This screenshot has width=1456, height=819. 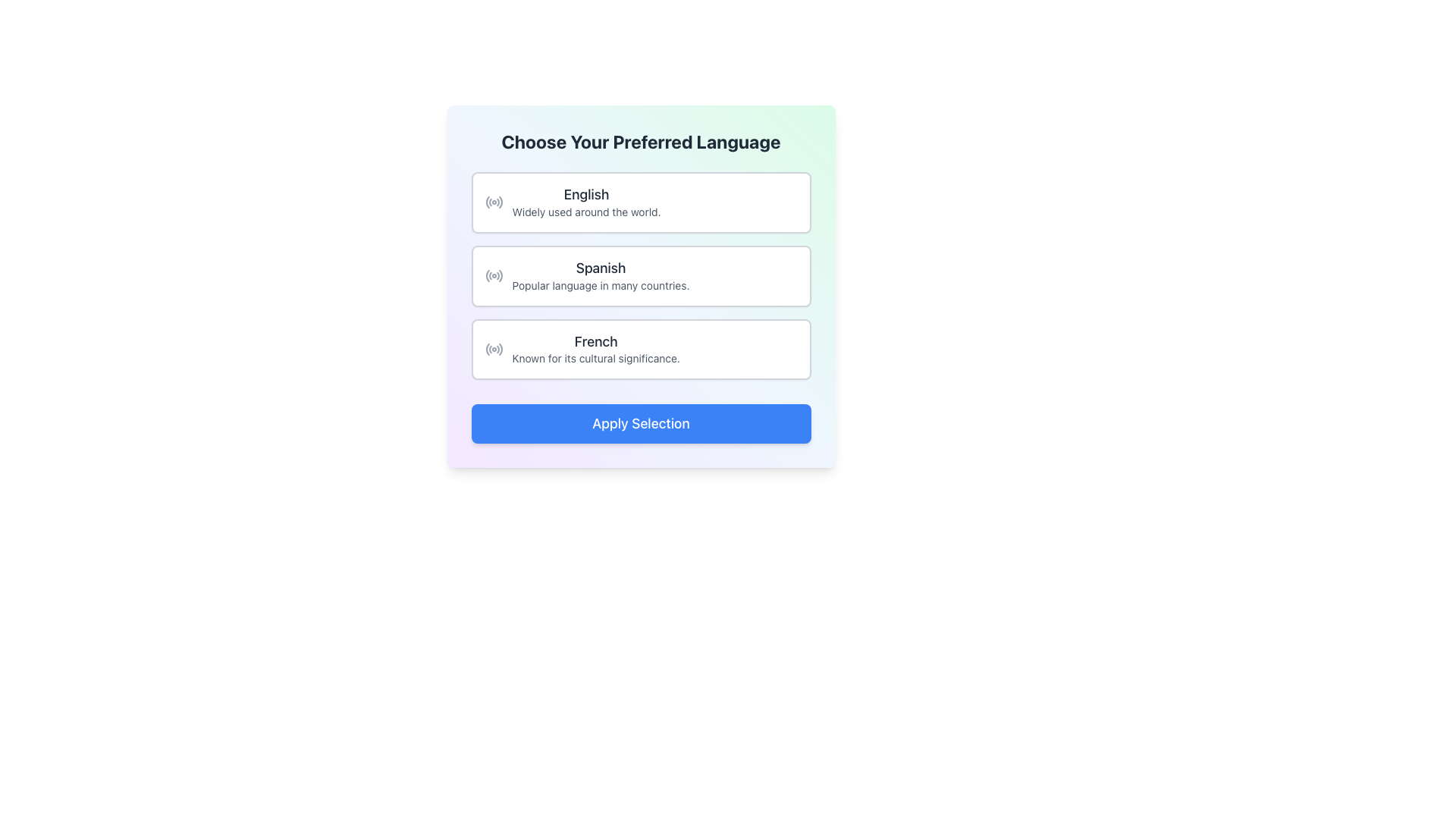 I want to click on the decorative curved line within the SVG icon that enhances the UI aesthetics for the 'English' language selection, located left of the text 'English', so click(x=490, y=202).